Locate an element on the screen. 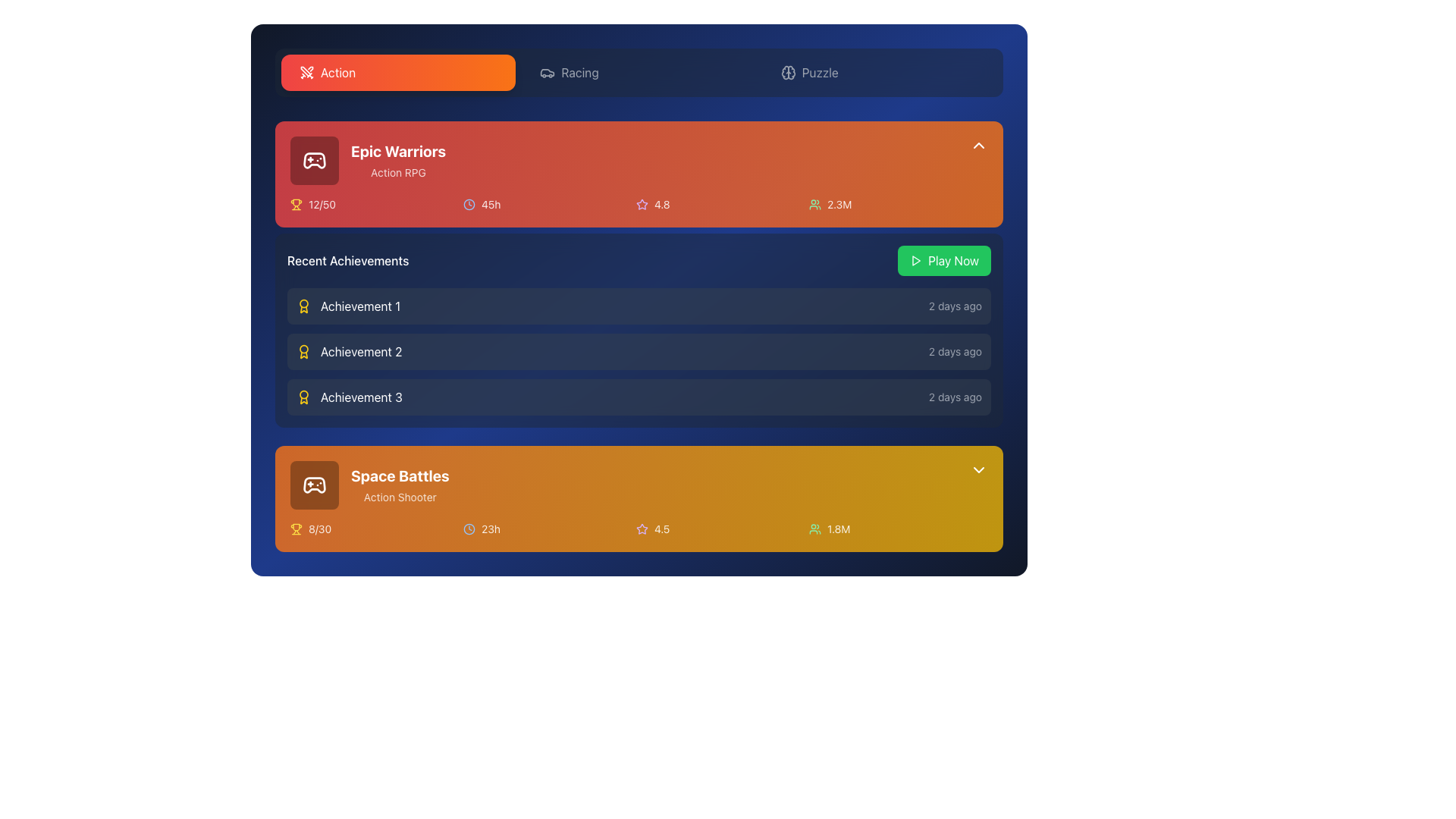 The image size is (1456, 819). the play action icon within the green 'Play Now' button located in the top-right quadrant of the 'Epic Warriors' game entry to initiate the play action is located at coordinates (915, 259).